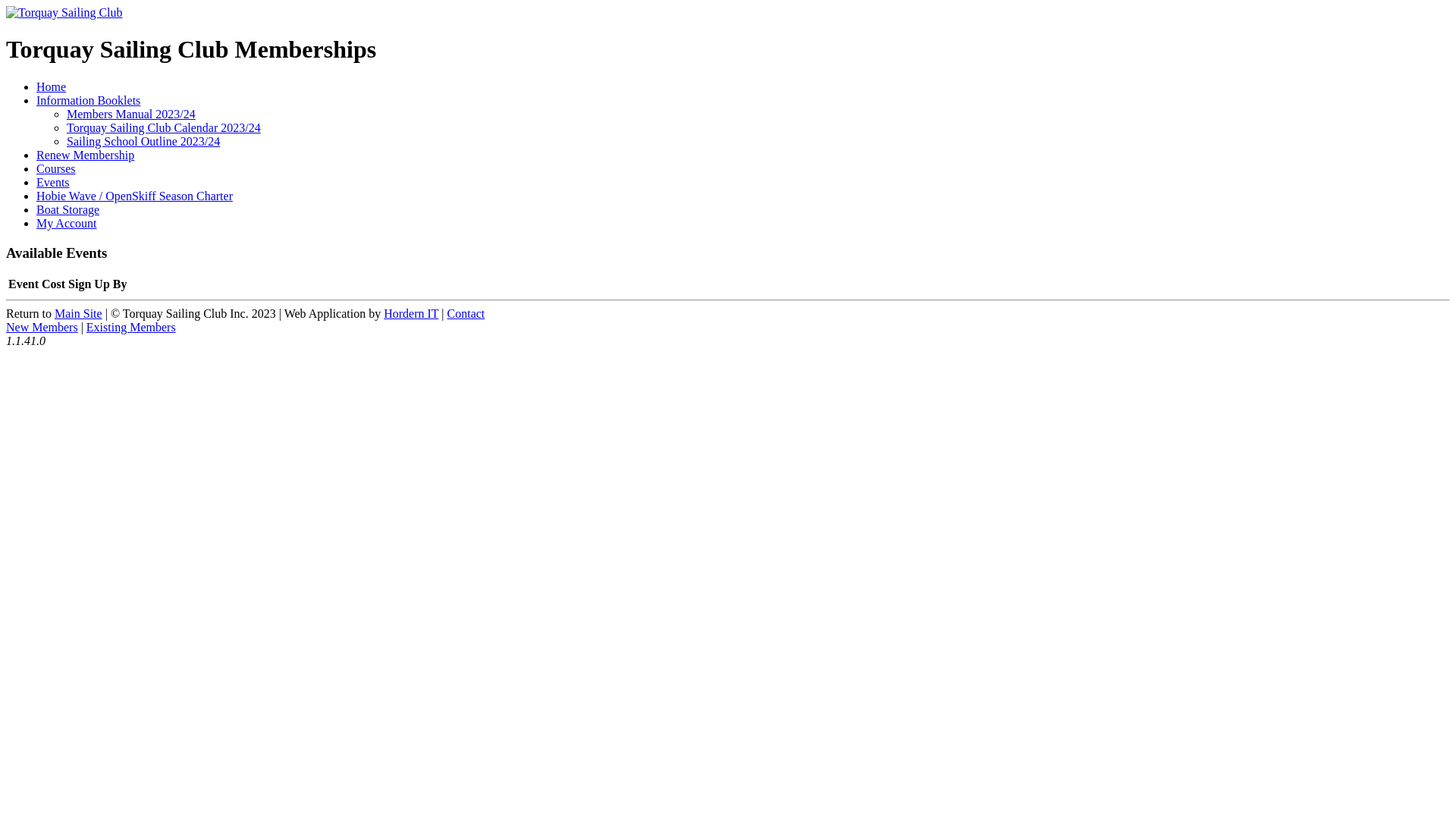  I want to click on 'Sailing School Outline 2023/24', so click(143, 141).